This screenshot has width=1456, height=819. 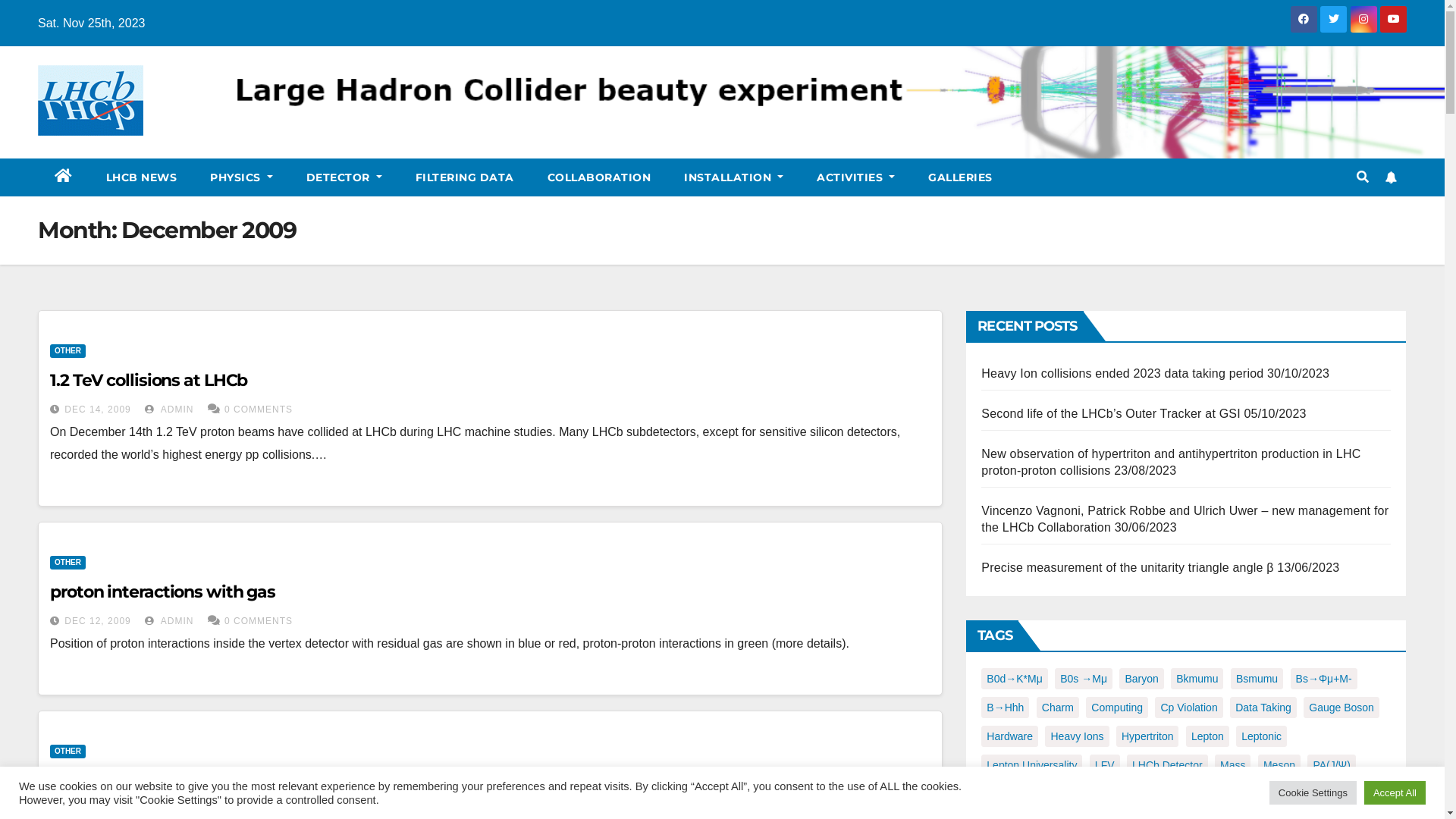 I want to click on 'LFV', so click(x=1105, y=765).